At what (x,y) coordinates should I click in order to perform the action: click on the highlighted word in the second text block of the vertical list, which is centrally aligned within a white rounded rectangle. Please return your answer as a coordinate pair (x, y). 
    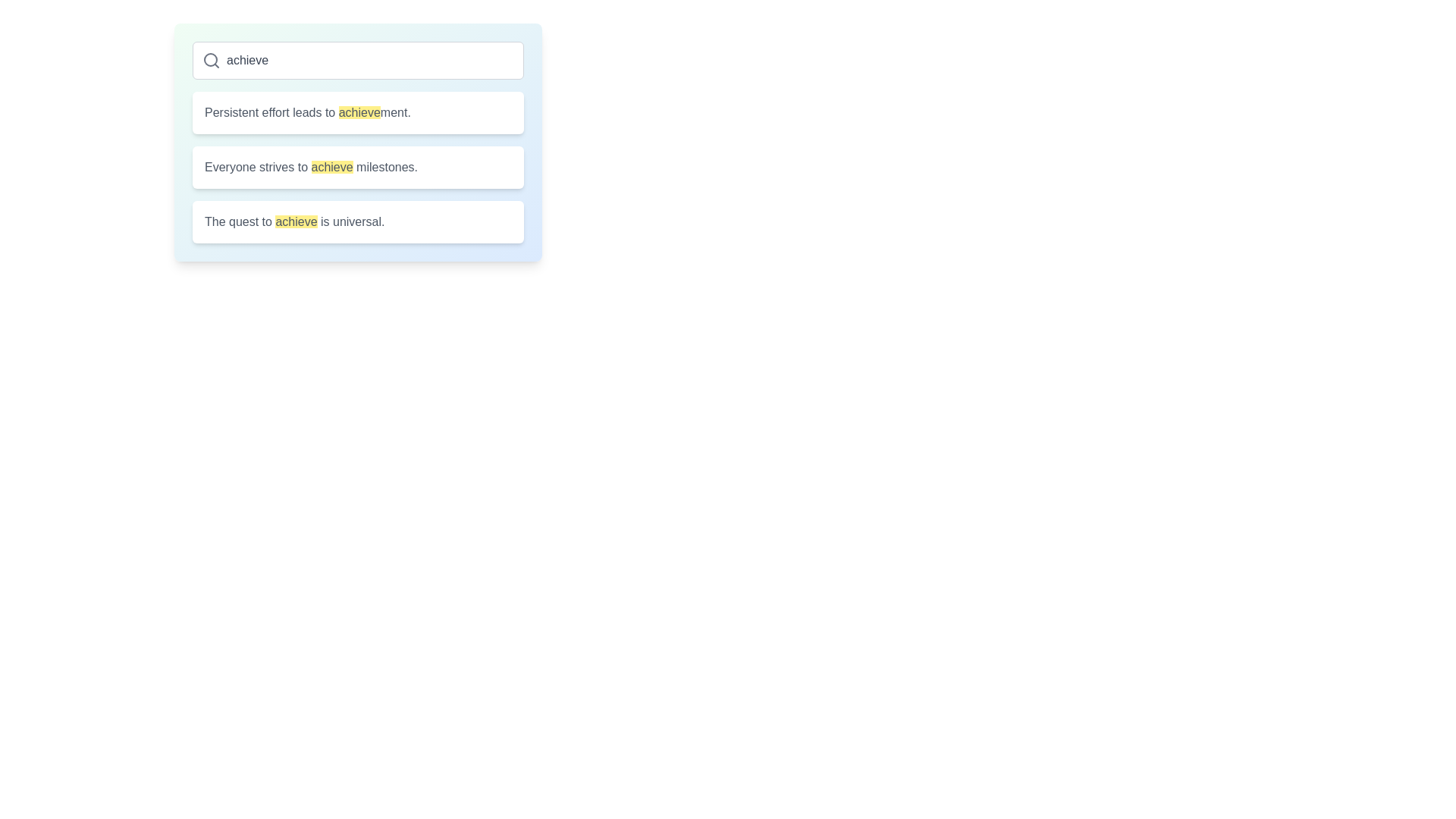
    Looking at the image, I should click on (310, 167).